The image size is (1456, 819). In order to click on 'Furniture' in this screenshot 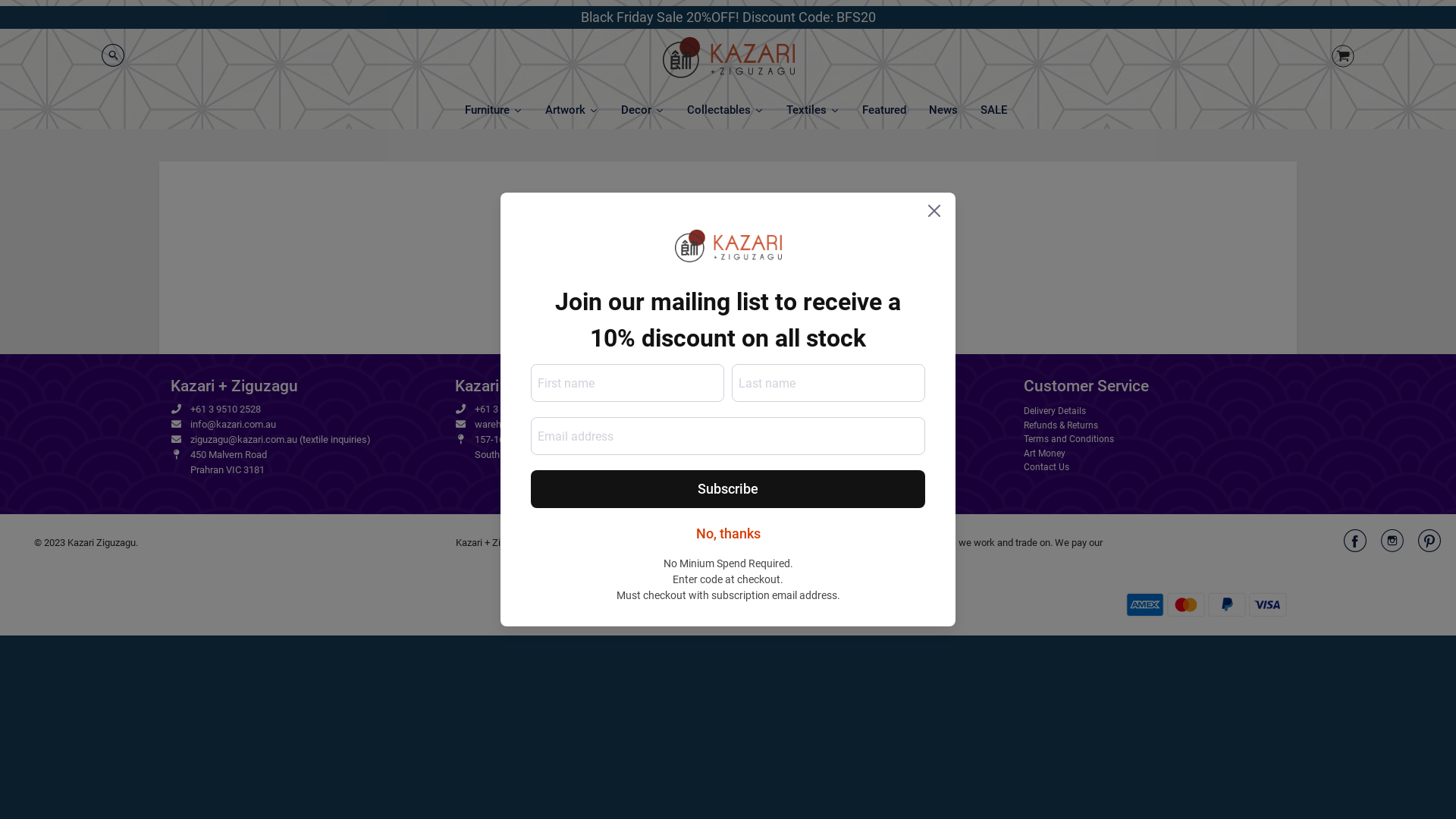, I will do `click(494, 109)`.